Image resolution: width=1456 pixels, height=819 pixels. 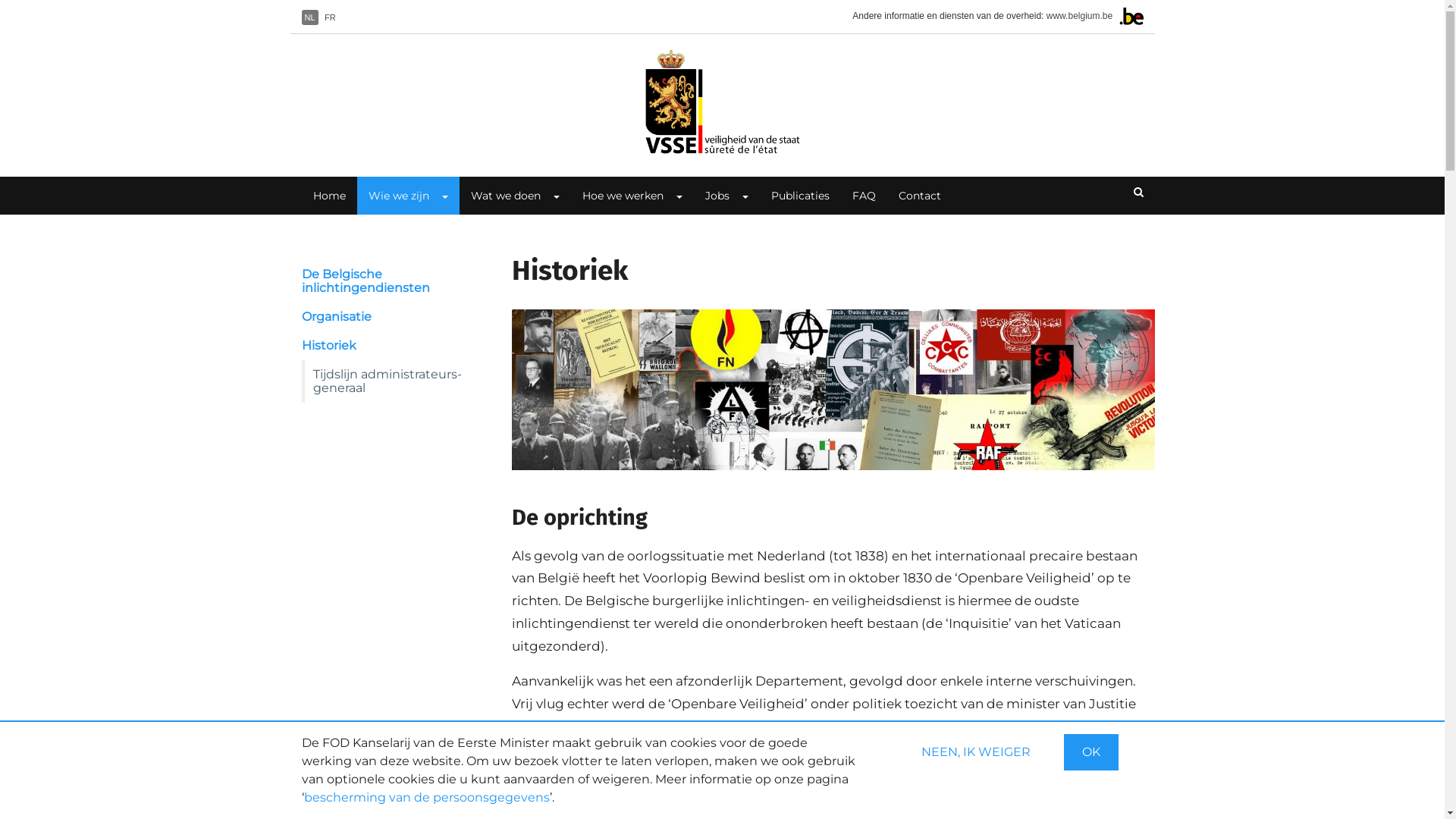 What do you see at coordinates (302, 380) in the screenshot?
I see `'Tijdslijn administrateurs-generaal'` at bounding box center [302, 380].